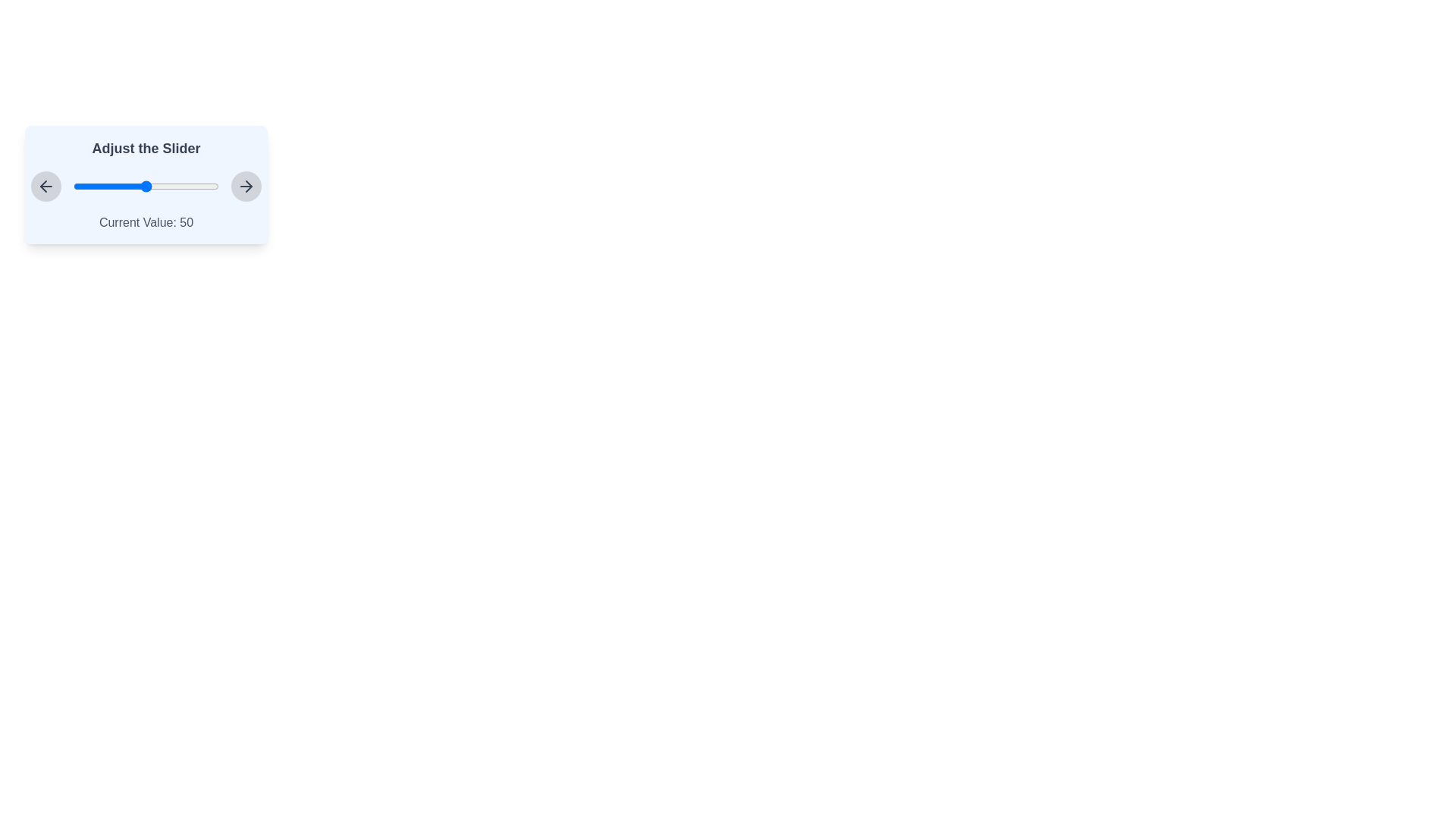 Image resolution: width=1456 pixels, height=819 pixels. Describe the element at coordinates (246, 186) in the screenshot. I see `the circular button with a gray background and a right-pointing arrow icon` at that location.